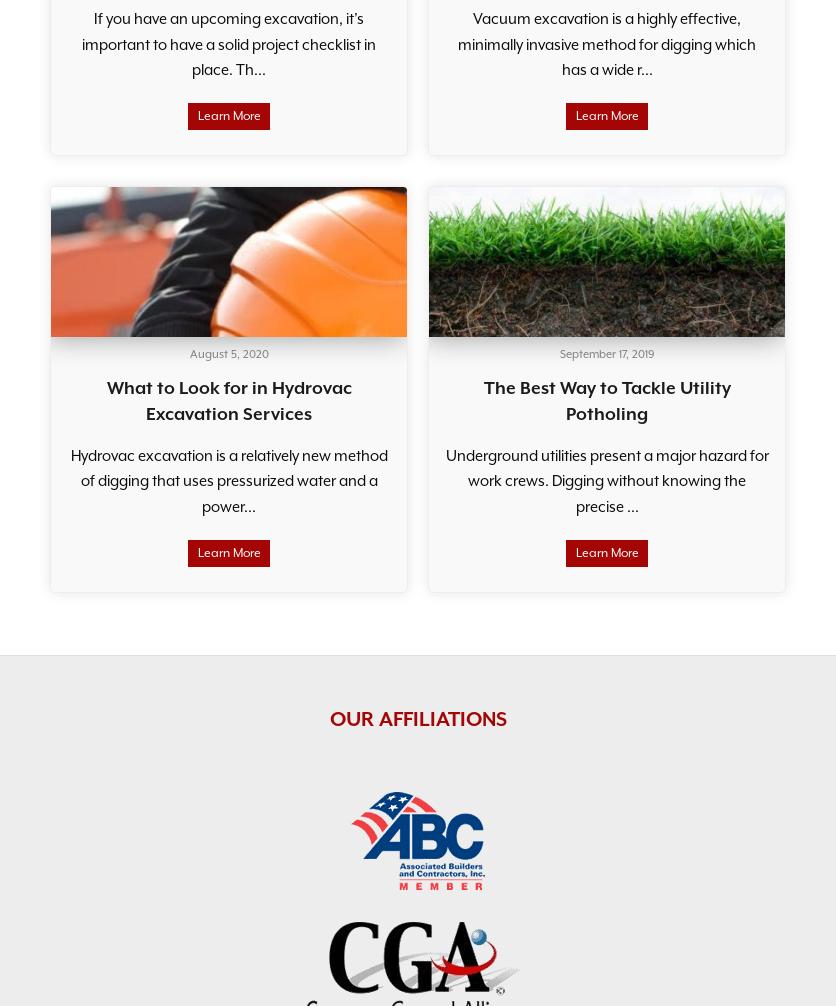 The image size is (836, 1006). What do you see at coordinates (605, 399) in the screenshot?
I see `'The Best Way to Tackle Utility Potholing'` at bounding box center [605, 399].